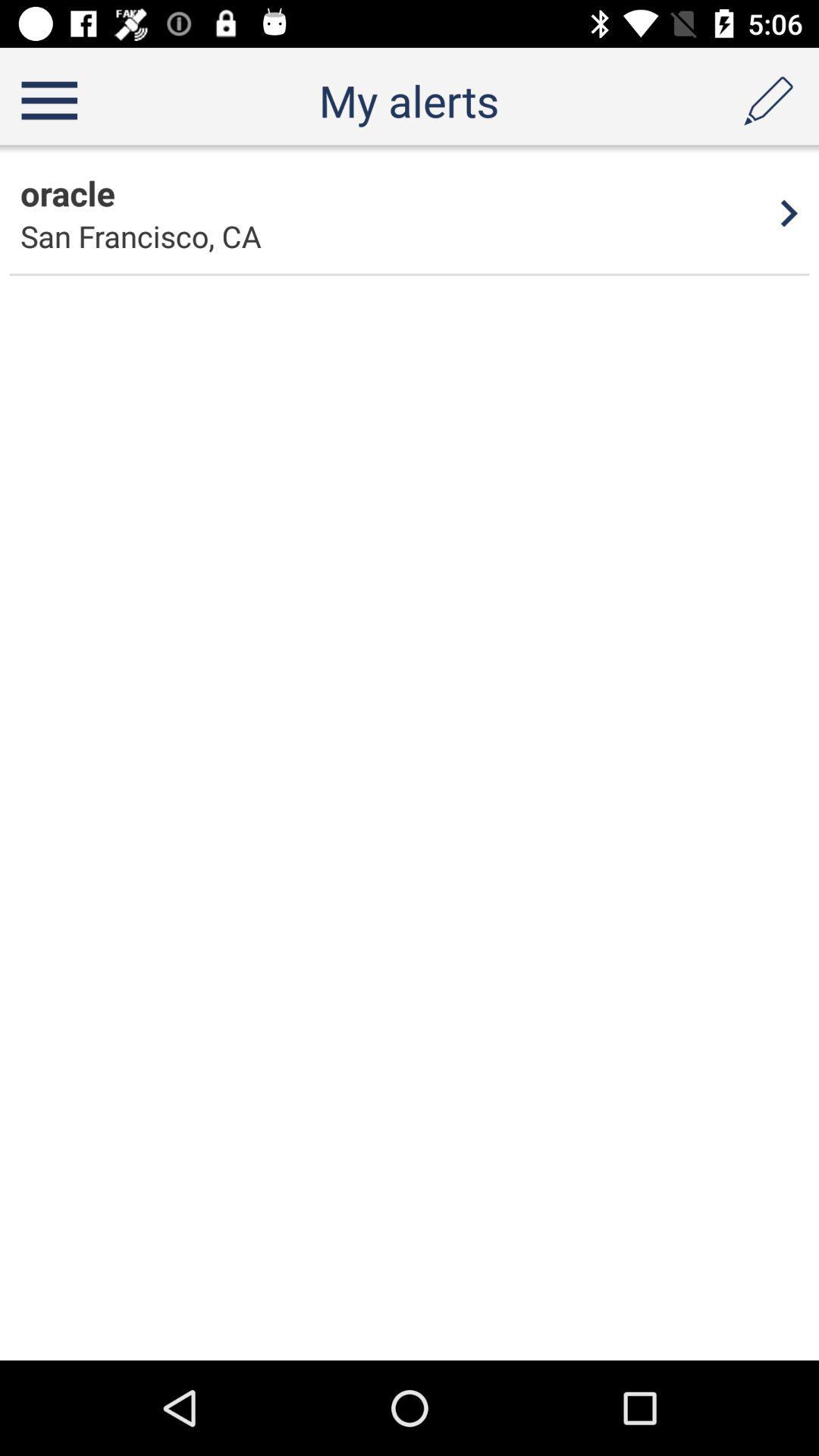 This screenshot has height=1456, width=819. I want to click on the app below the 0 app, so click(67, 192).